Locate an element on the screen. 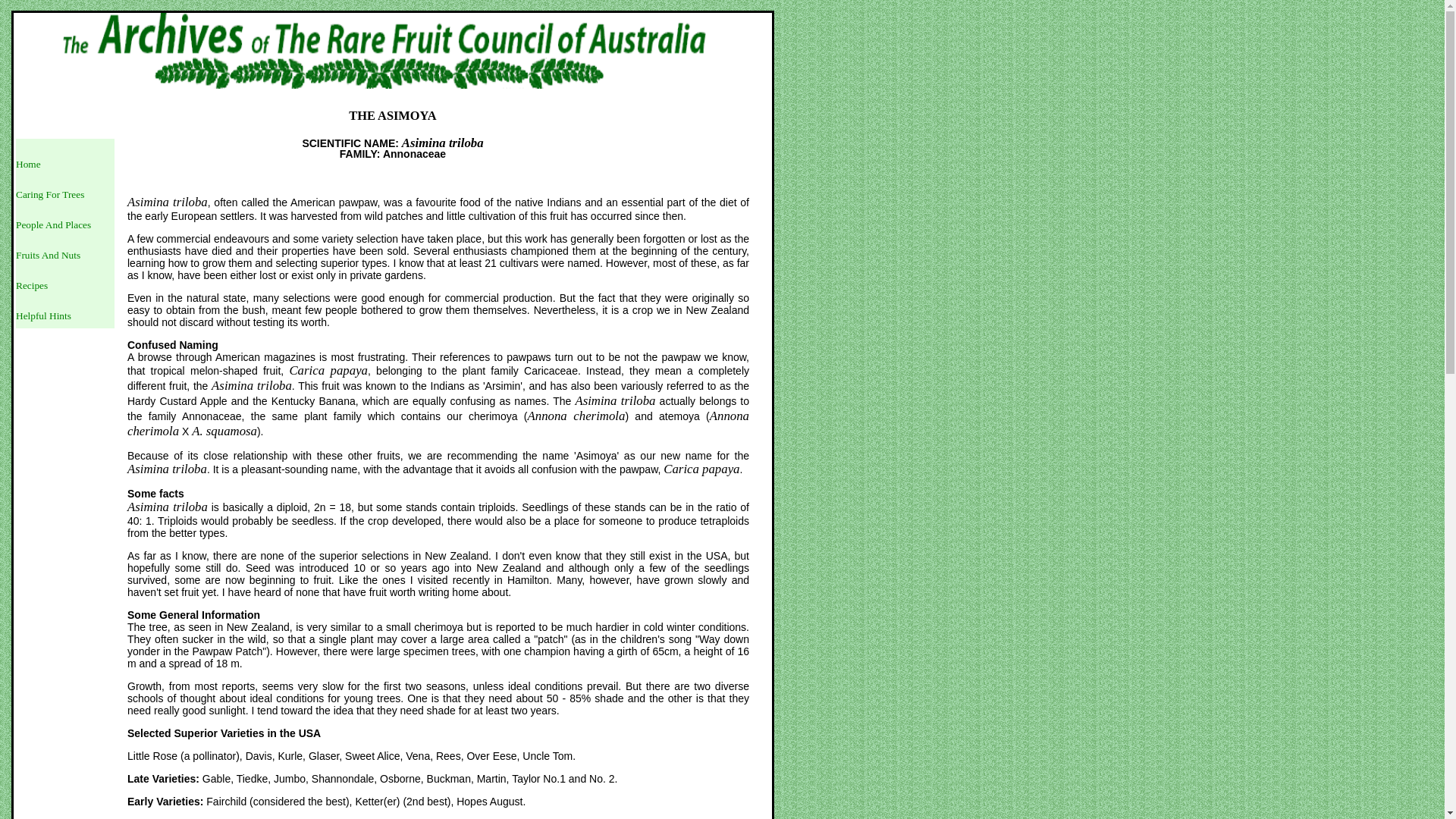 The width and height of the screenshot is (1456, 819). 'Caring For Trees' is located at coordinates (15, 193).